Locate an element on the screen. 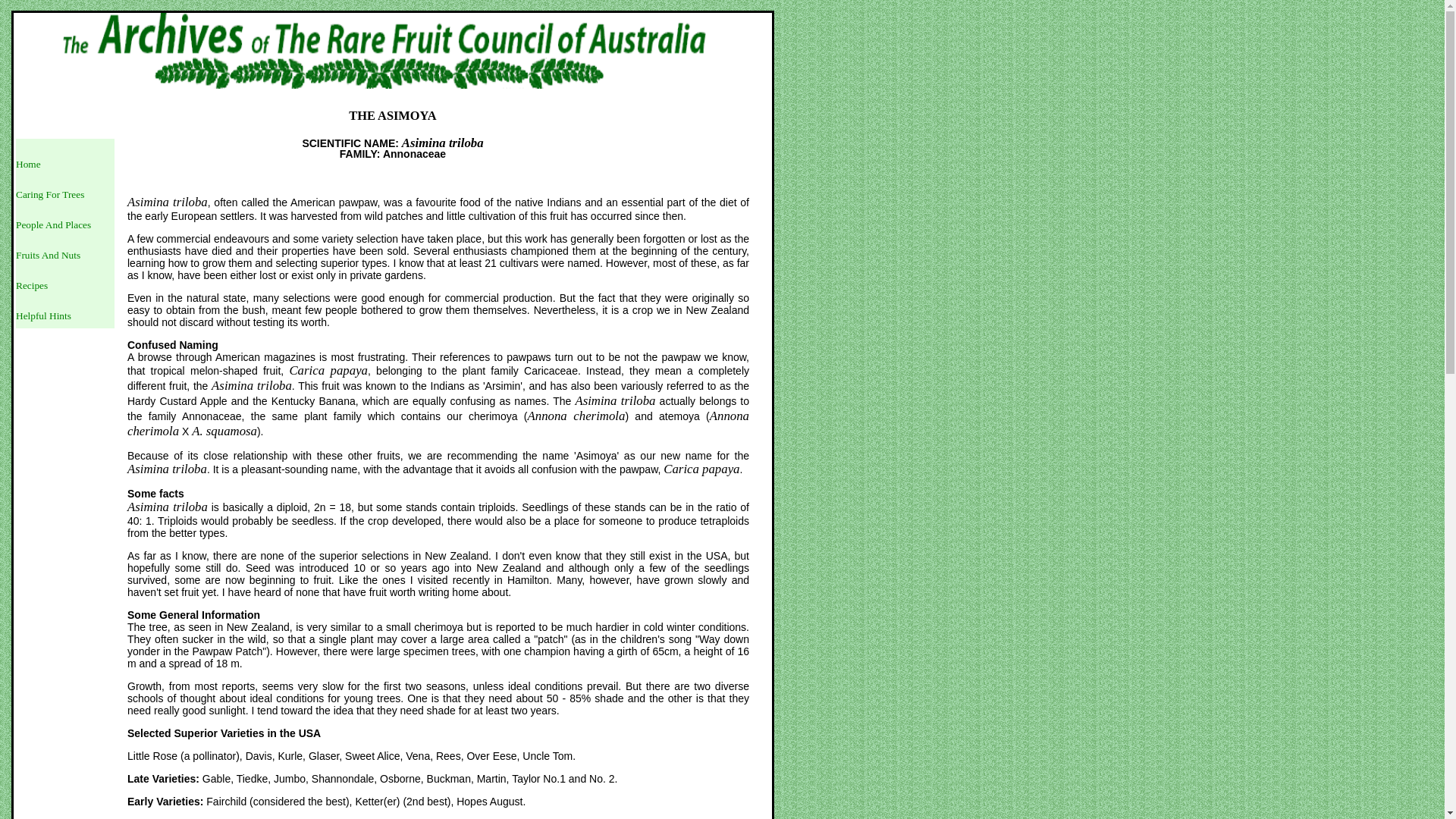 The width and height of the screenshot is (1456, 819). 'Caring For Trees' is located at coordinates (15, 193).